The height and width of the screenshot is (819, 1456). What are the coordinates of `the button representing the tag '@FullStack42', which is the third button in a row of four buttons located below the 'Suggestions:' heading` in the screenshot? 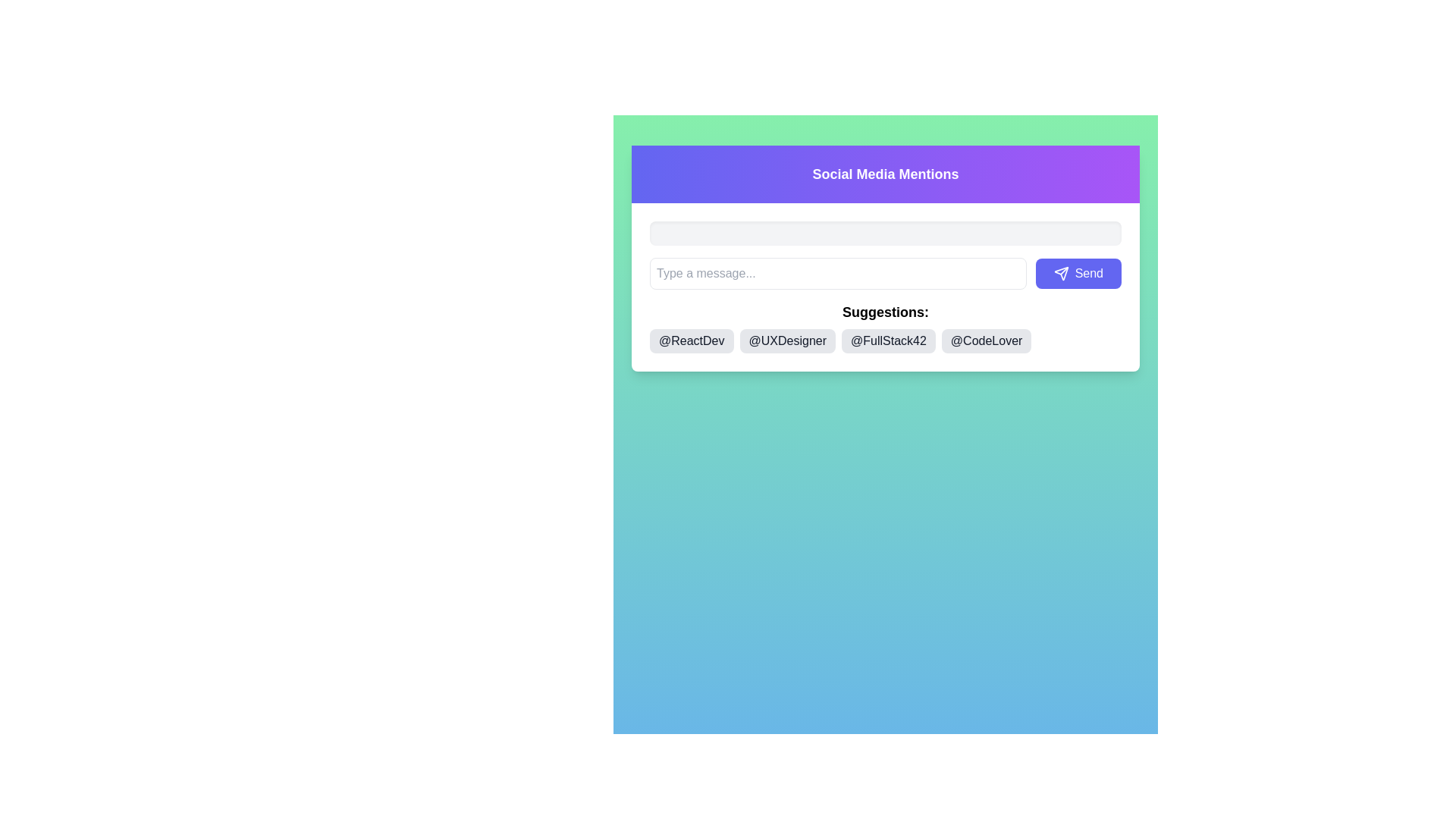 It's located at (888, 341).